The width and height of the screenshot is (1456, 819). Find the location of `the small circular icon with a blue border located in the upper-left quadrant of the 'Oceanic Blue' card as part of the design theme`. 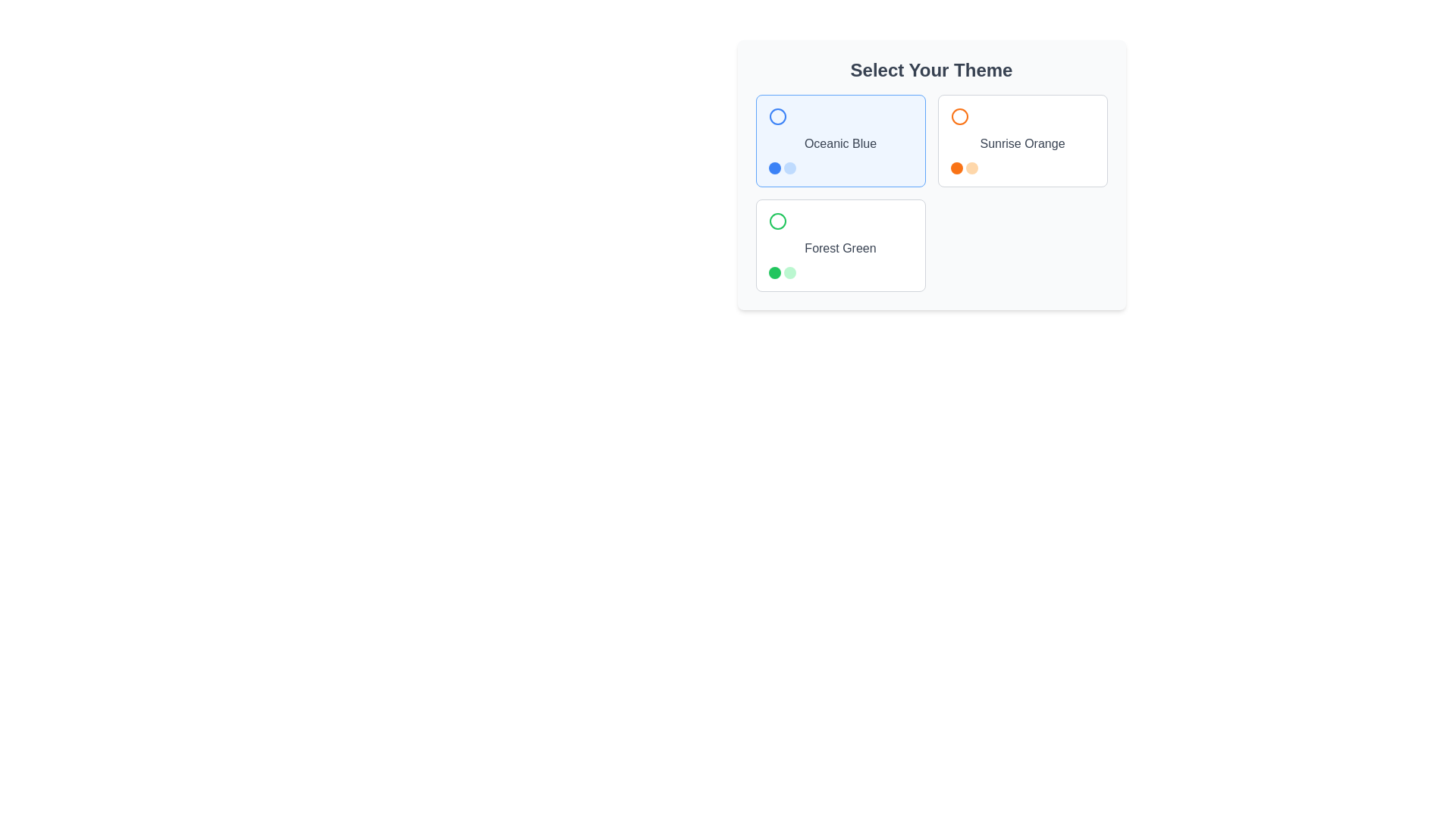

the small circular icon with a blue border located in the upper-left quadrant of the 'Oceanic Blue' card as part of the design theme is located at coordinates (777, 116).